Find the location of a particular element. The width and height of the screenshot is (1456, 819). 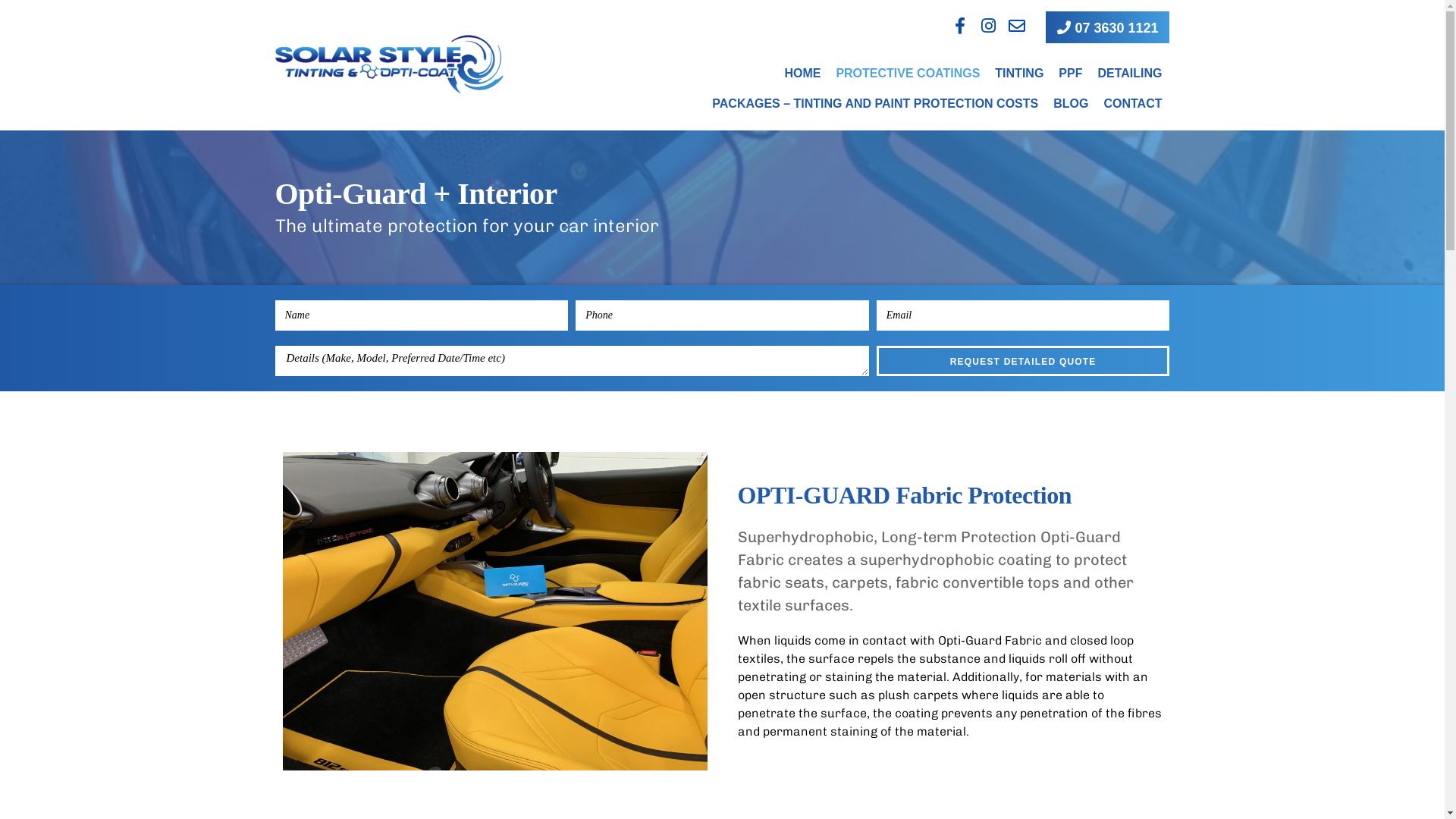

'PPF' is located at coordinates (1069, 73).